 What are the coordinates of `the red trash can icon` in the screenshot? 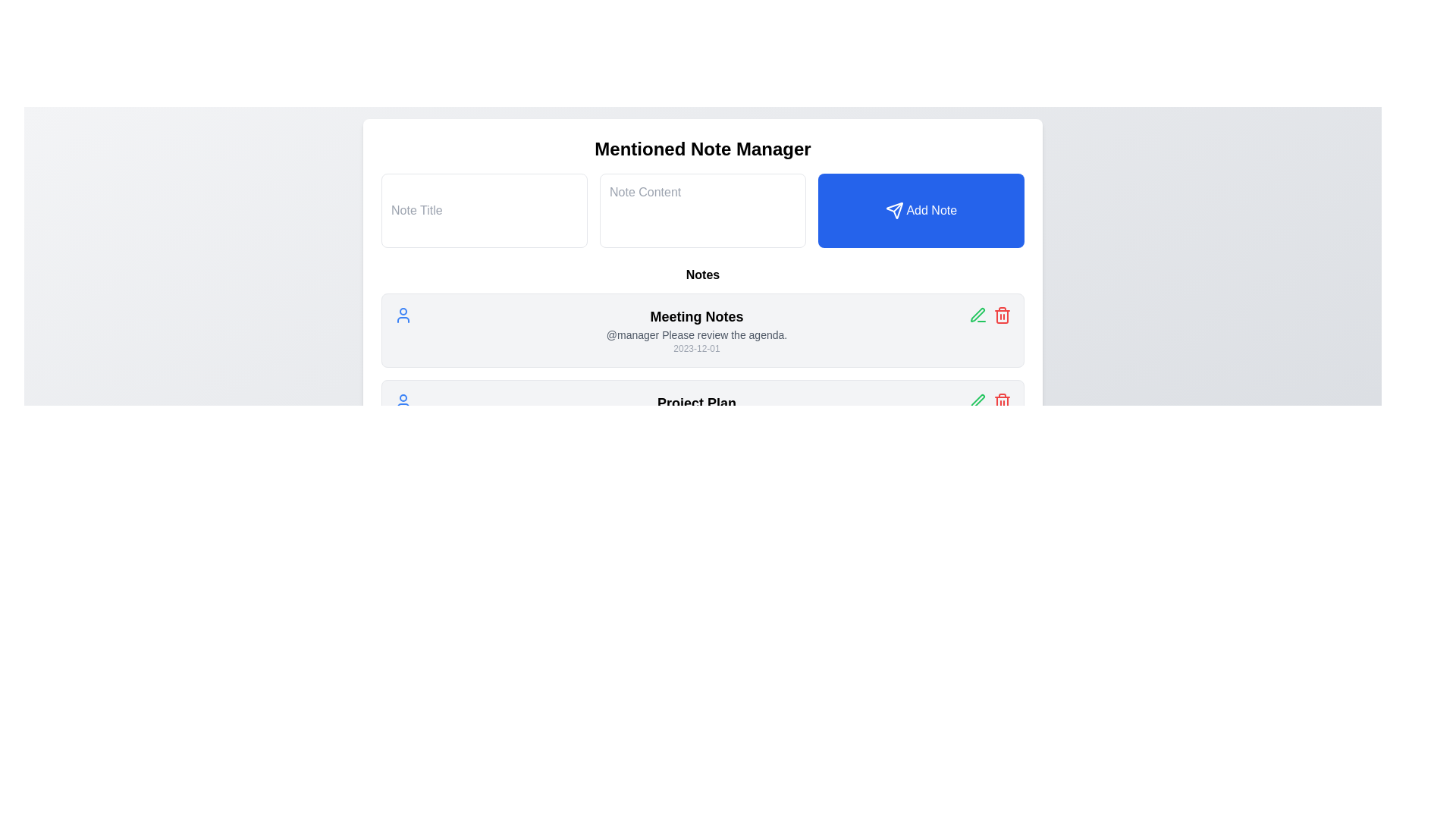 It's located at (1002, 400).